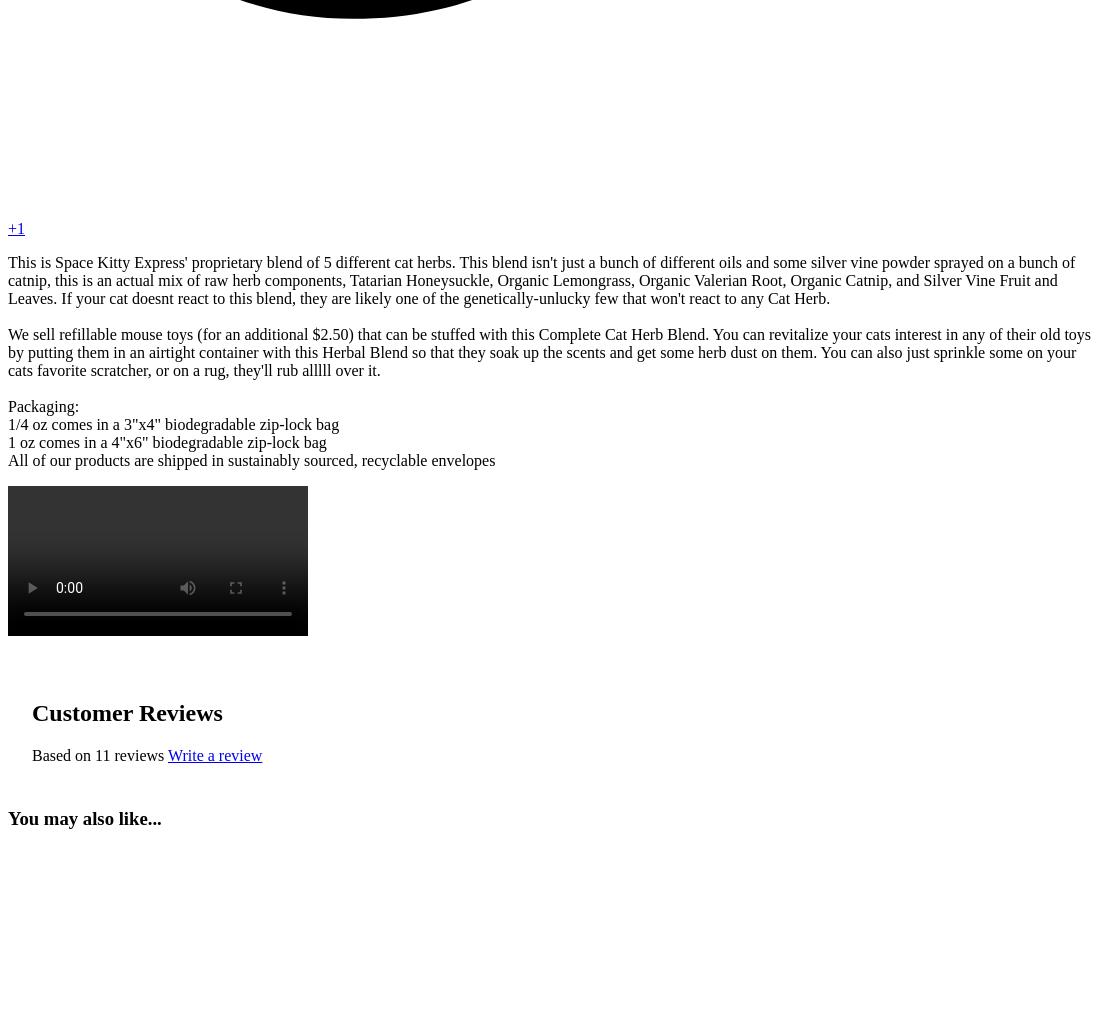 The width and height of the screenshot is (1112, 1023). I want to click on 'All of our products are shipped in sustainably sourced, recyclable envelopes', so click(250, 459).